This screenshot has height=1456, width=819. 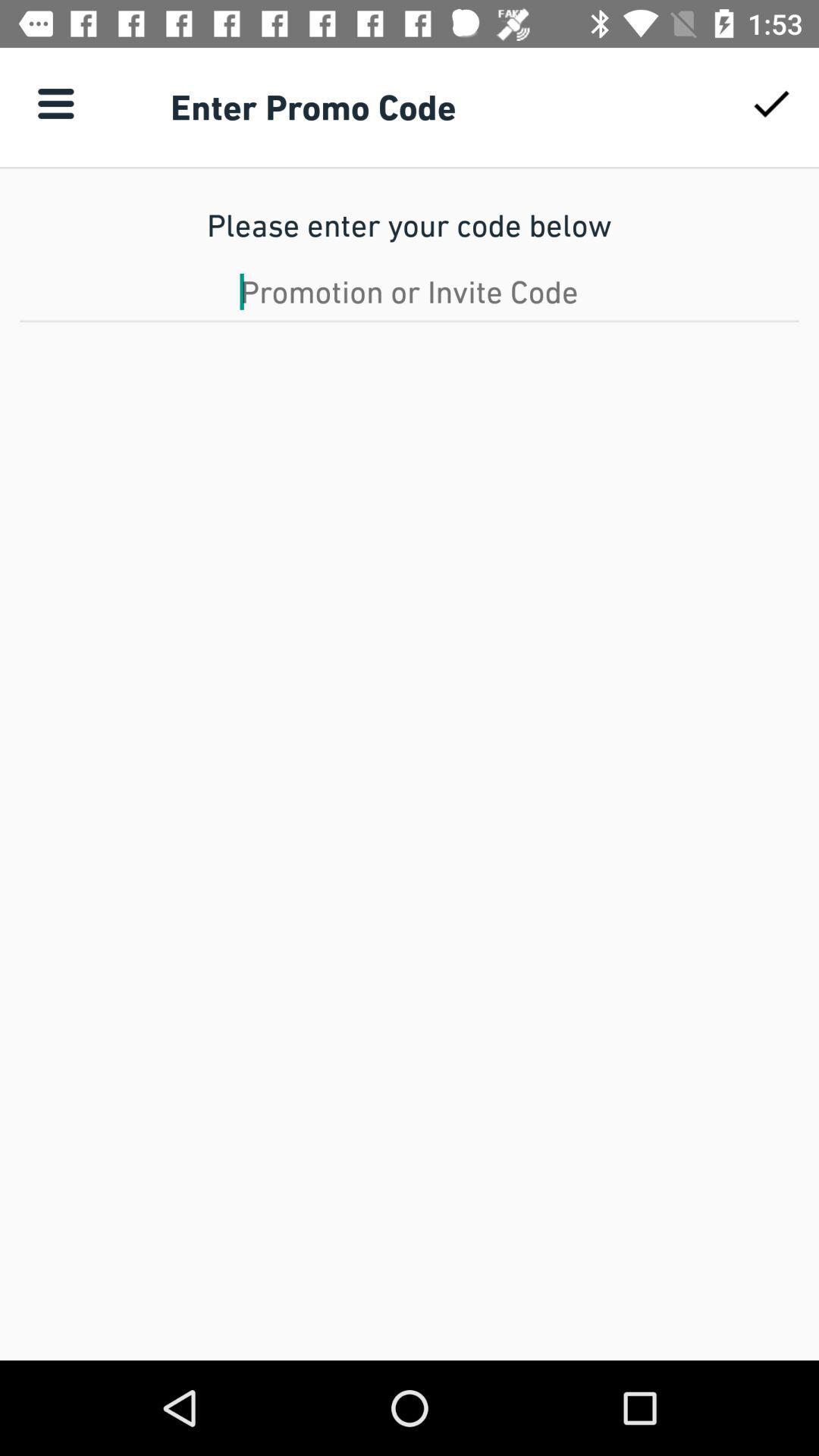 I want to click on promotion code need, so click(x=409, y=291).